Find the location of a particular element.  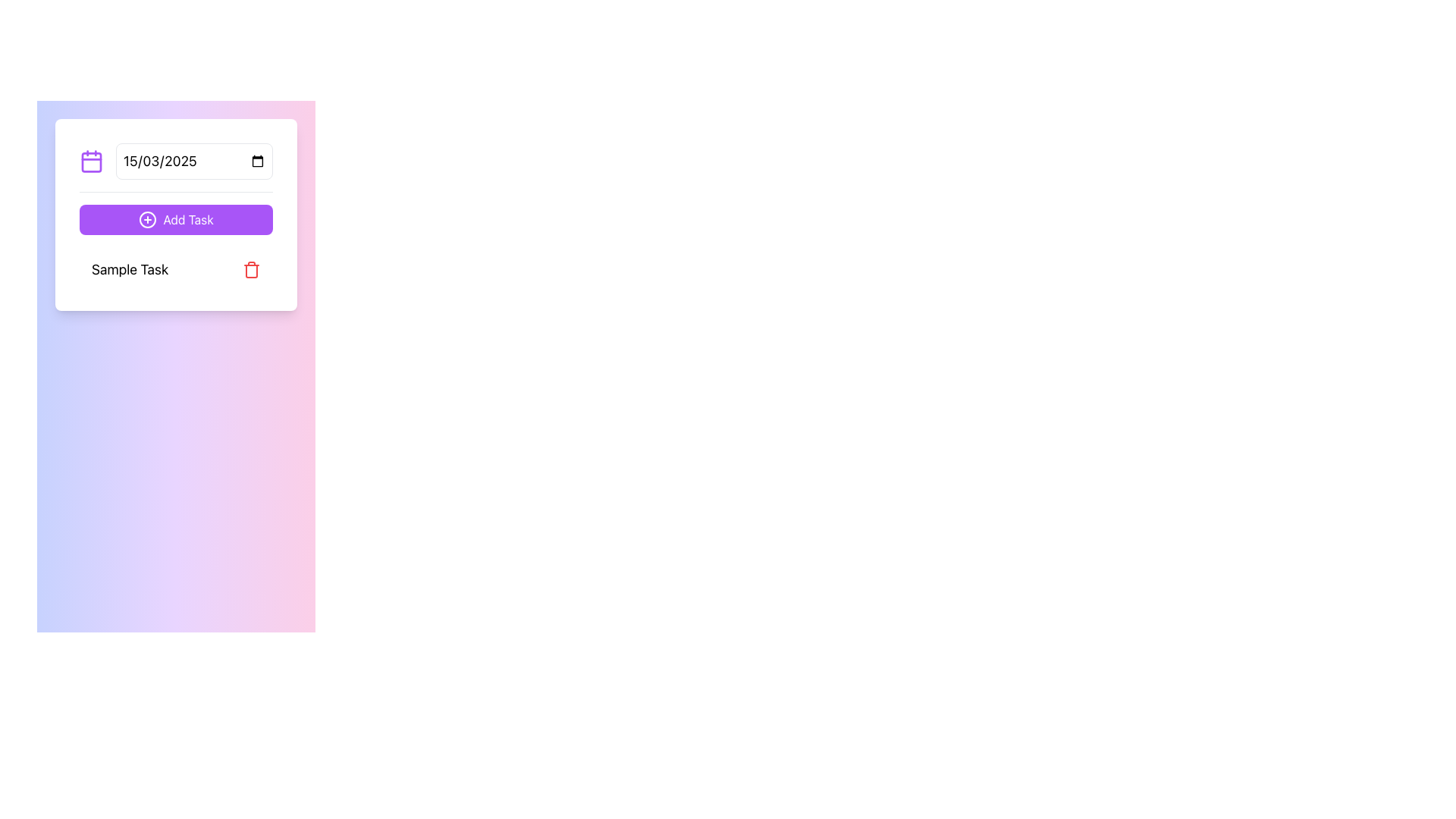

the delete icon button located at the right end of the row containing the text 'Sample Task' is located at coordinates (251, 268).